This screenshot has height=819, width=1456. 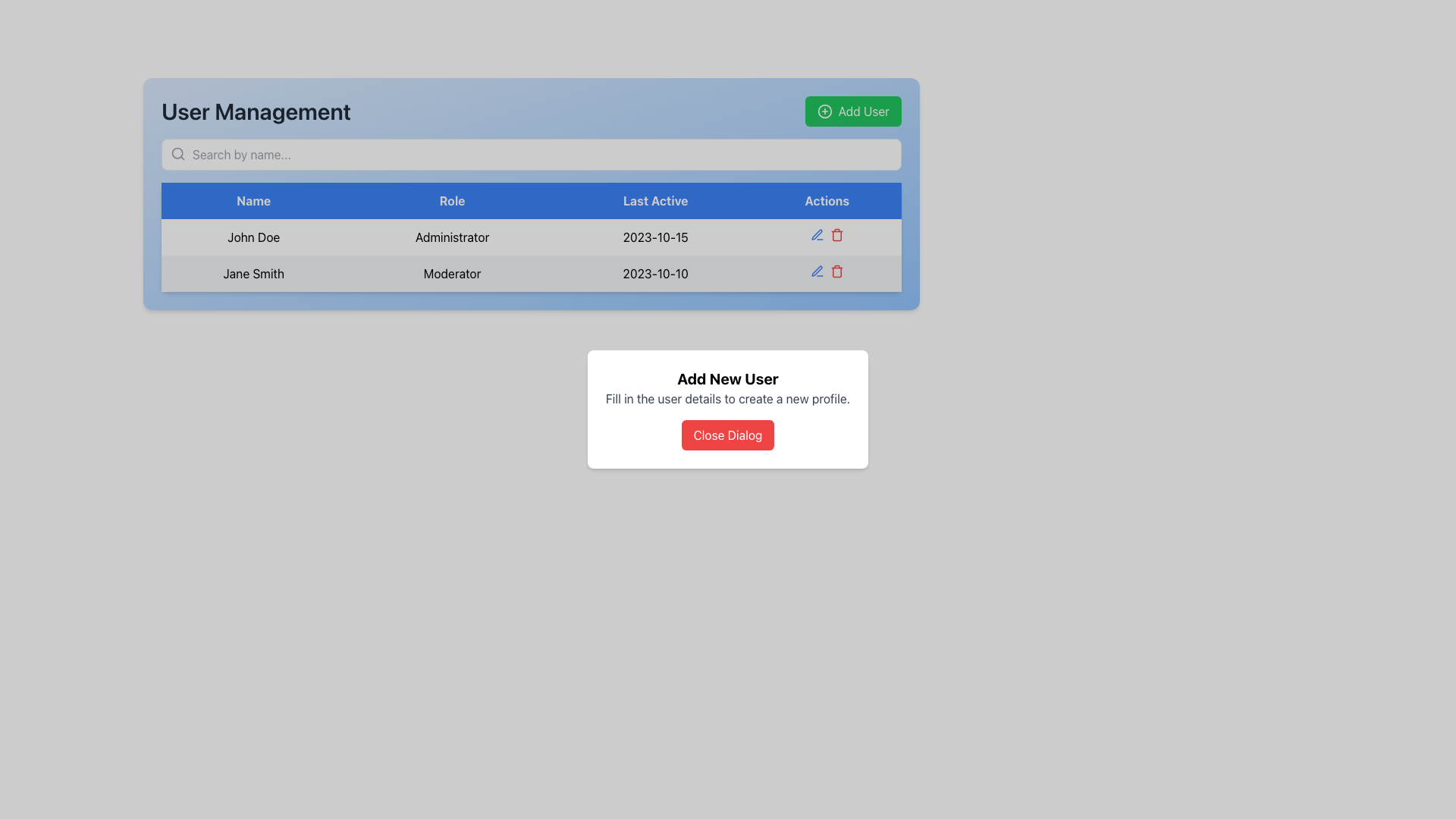 I want to click on the edit icon located in the second row under the 'Actions' column next to the 'Moderator' role, so click(x=816, y=270).